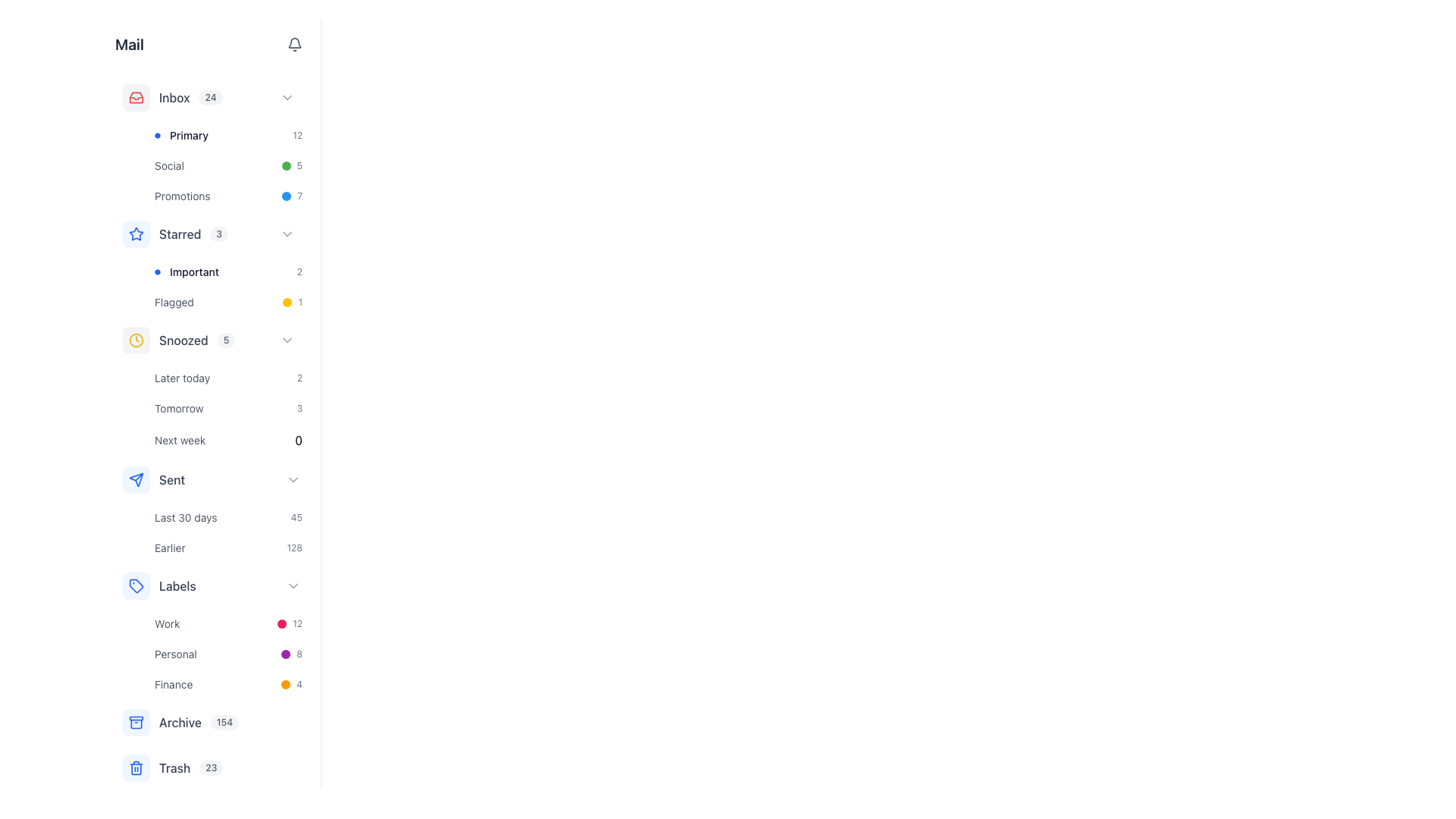  I want to click on the user's inbox element located in the left navigation panel under the 'Mail' header, so click(190, 97).